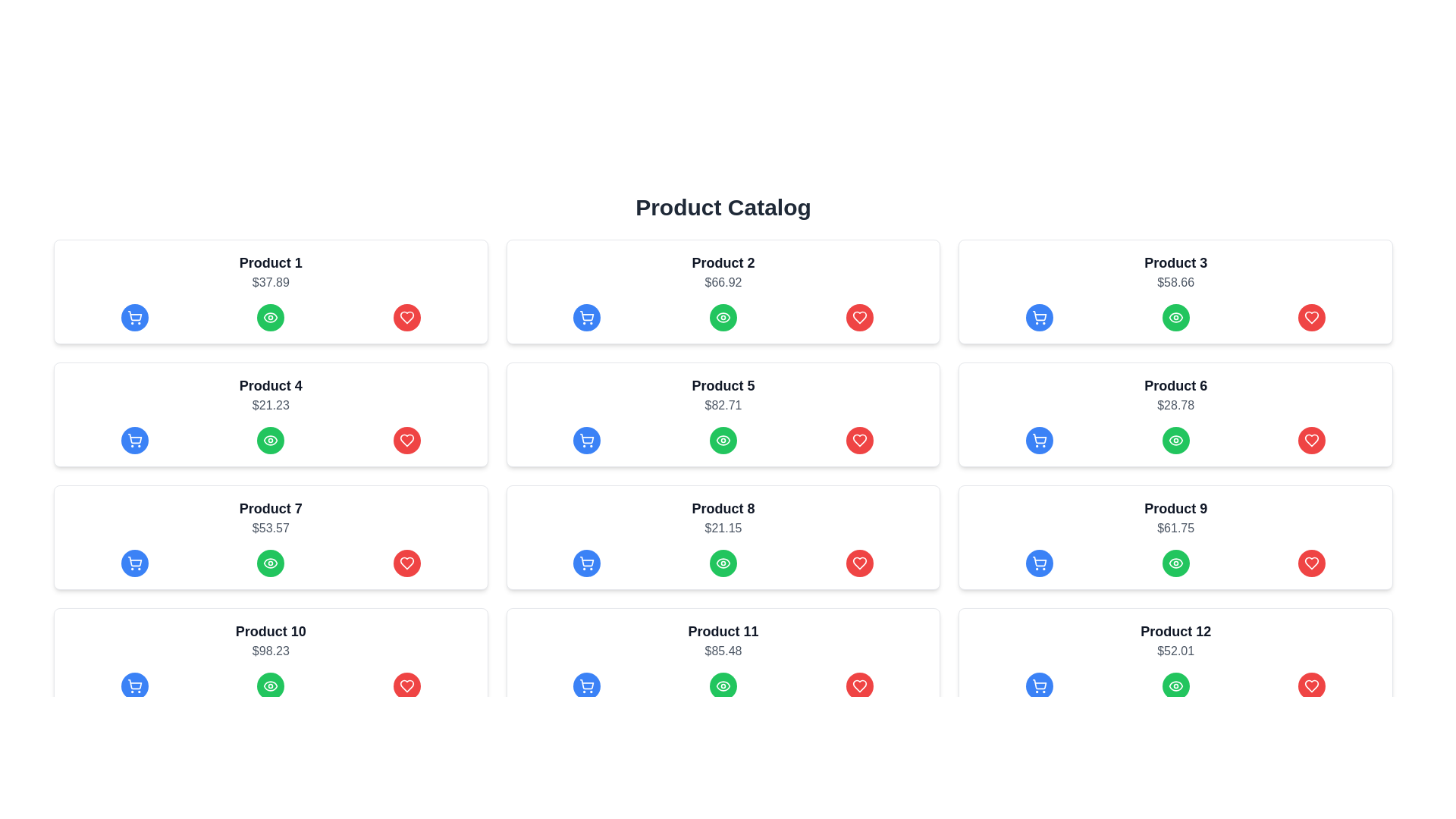  Describe the element at coordinates (406, 686) in the screenshot. I see `the 'Favorite' button located at the bottom-right corner of the 'Product 10' card` at that location.